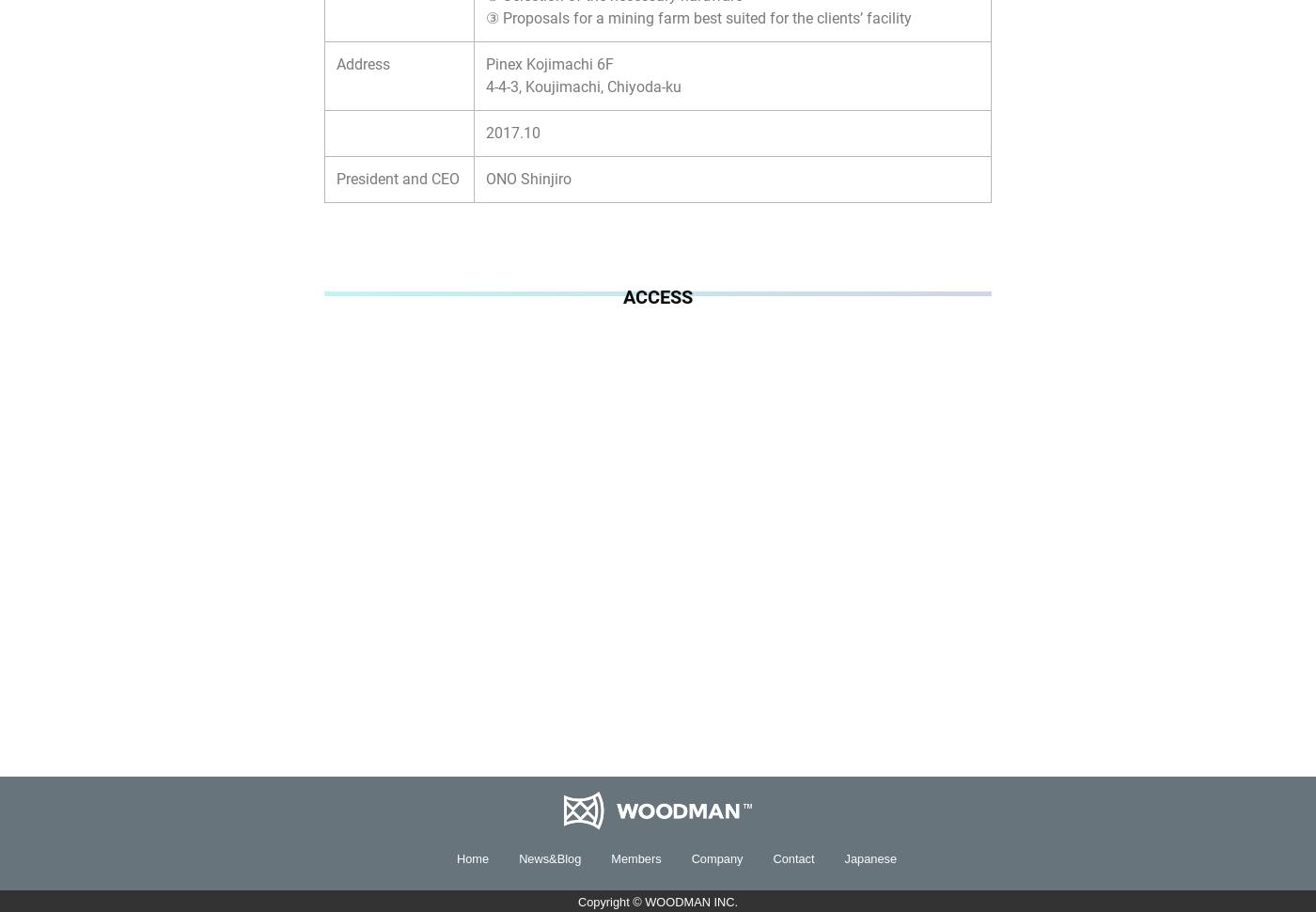  I want to click on 'Contact', so click(793, 857).